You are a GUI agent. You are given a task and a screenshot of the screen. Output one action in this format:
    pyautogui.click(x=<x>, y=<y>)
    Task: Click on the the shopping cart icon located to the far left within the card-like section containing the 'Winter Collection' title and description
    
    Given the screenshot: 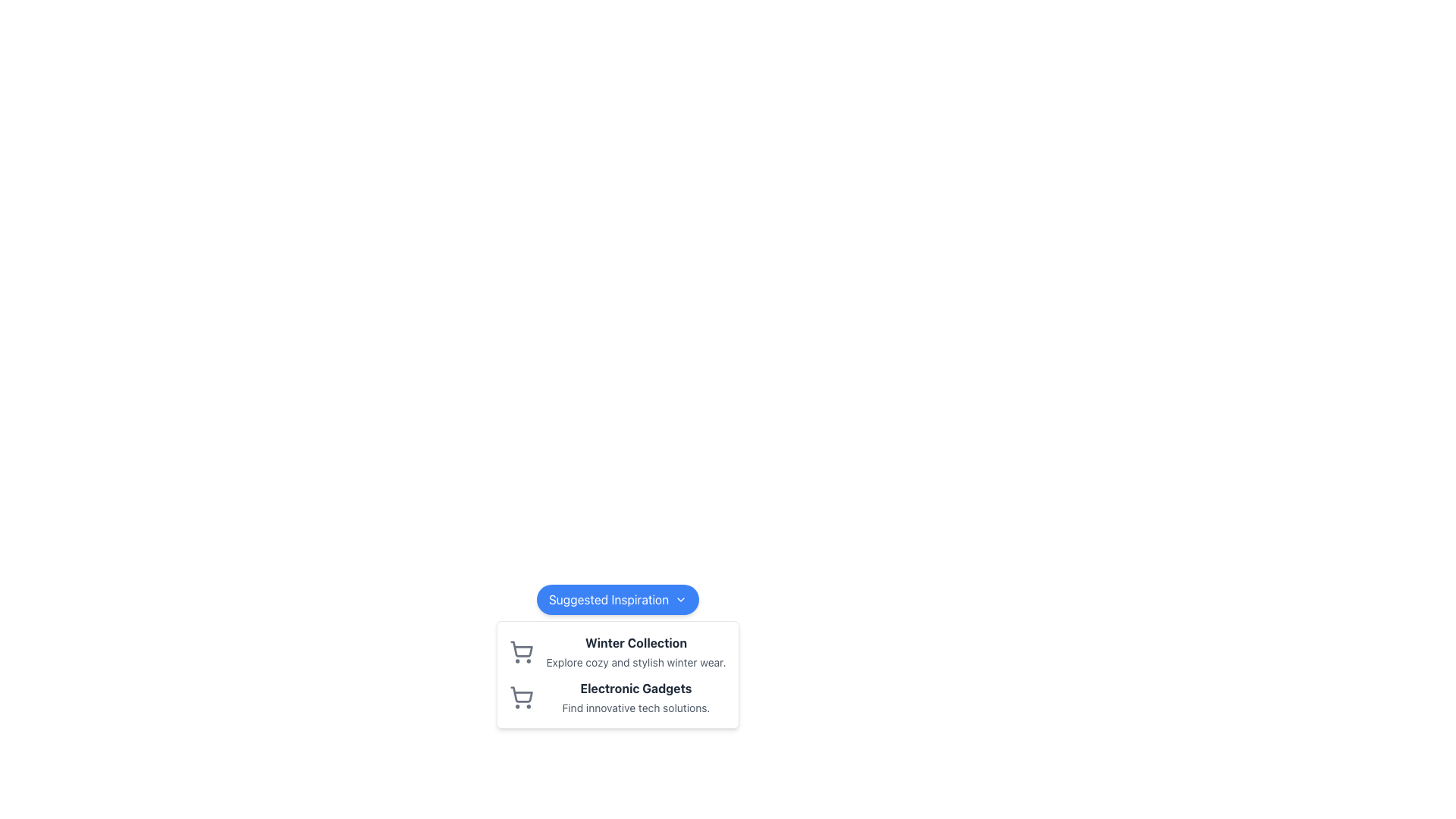 What is the action you would take?
    pyautogui.click(x=521, y=651)
    